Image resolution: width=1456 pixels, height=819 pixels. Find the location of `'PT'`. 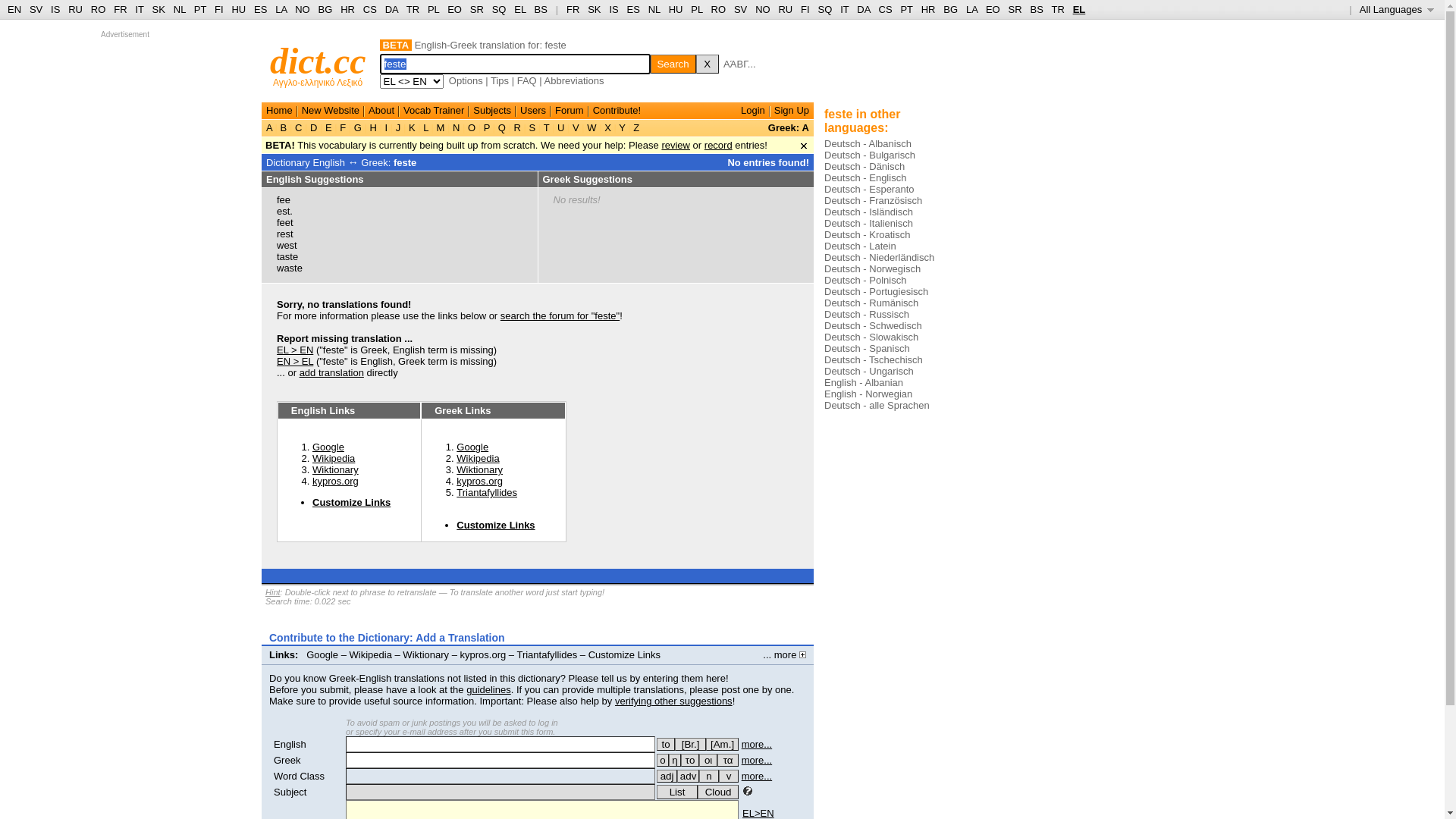

'PT' is located at coordinates (199, 9).